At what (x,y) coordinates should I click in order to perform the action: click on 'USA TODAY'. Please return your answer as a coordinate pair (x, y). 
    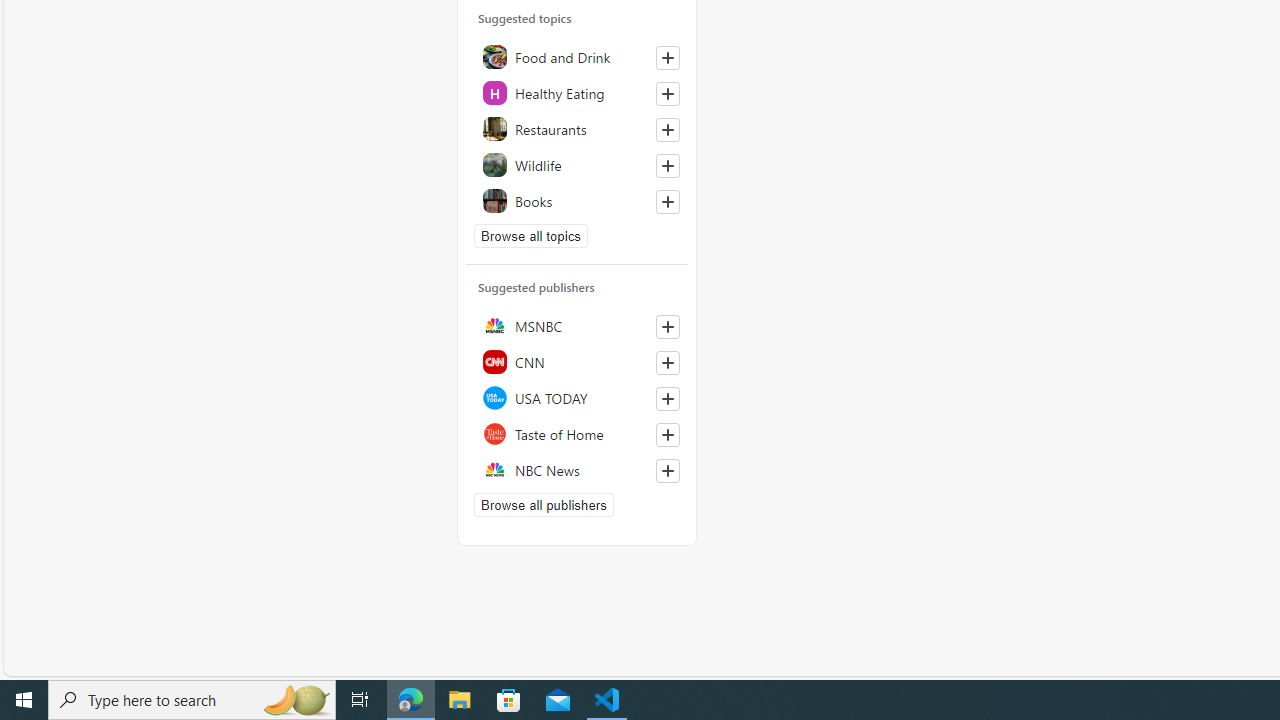
    Looking at the image, I should click on (576, 397).